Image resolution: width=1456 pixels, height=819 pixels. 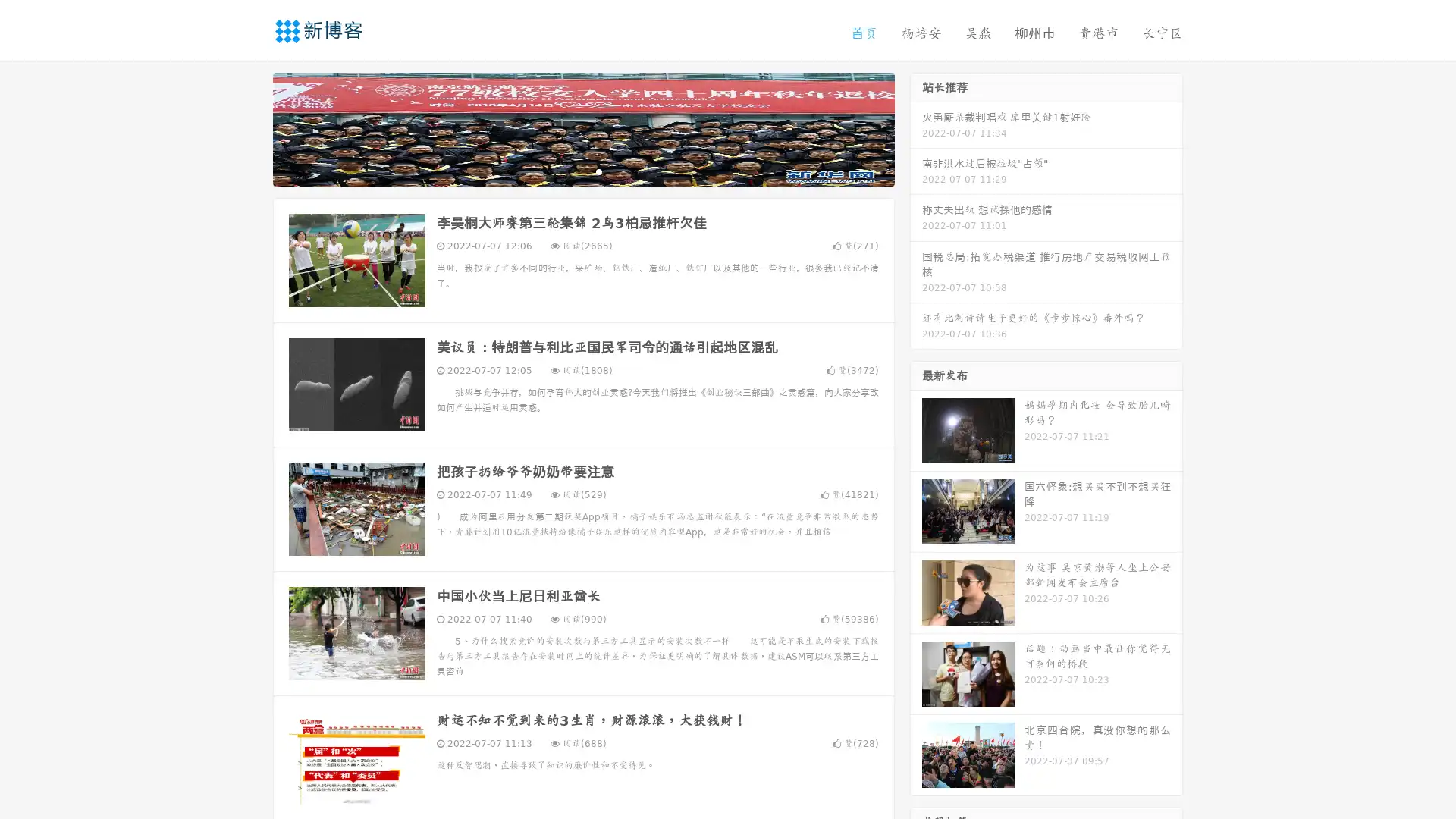 I want to click on Go to slide 2, so click(x=582, y=171).